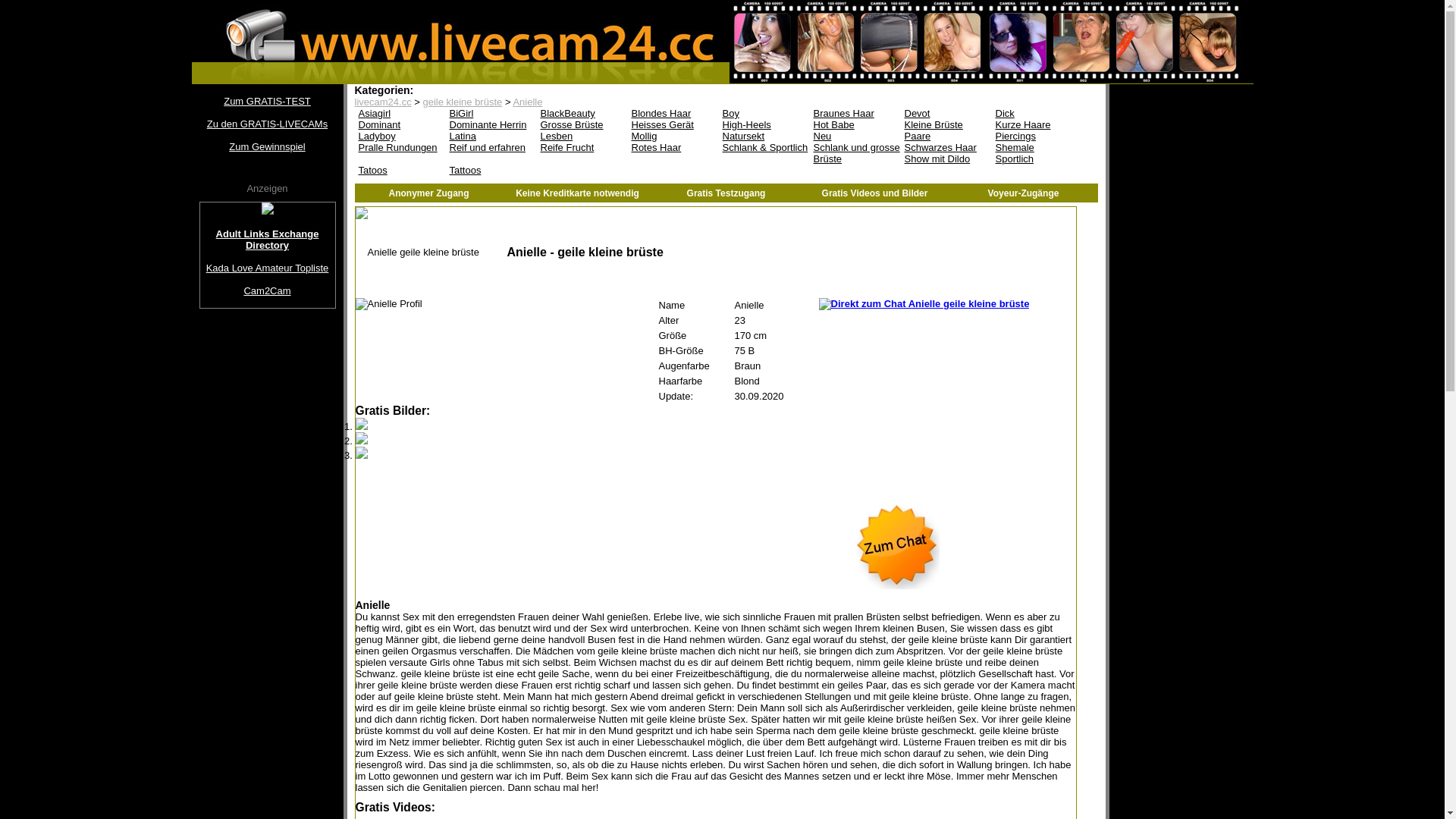  Describe the element at coordinates (400, 147) in the screenshot. I see `'Pralle Rundungen'` at that location.